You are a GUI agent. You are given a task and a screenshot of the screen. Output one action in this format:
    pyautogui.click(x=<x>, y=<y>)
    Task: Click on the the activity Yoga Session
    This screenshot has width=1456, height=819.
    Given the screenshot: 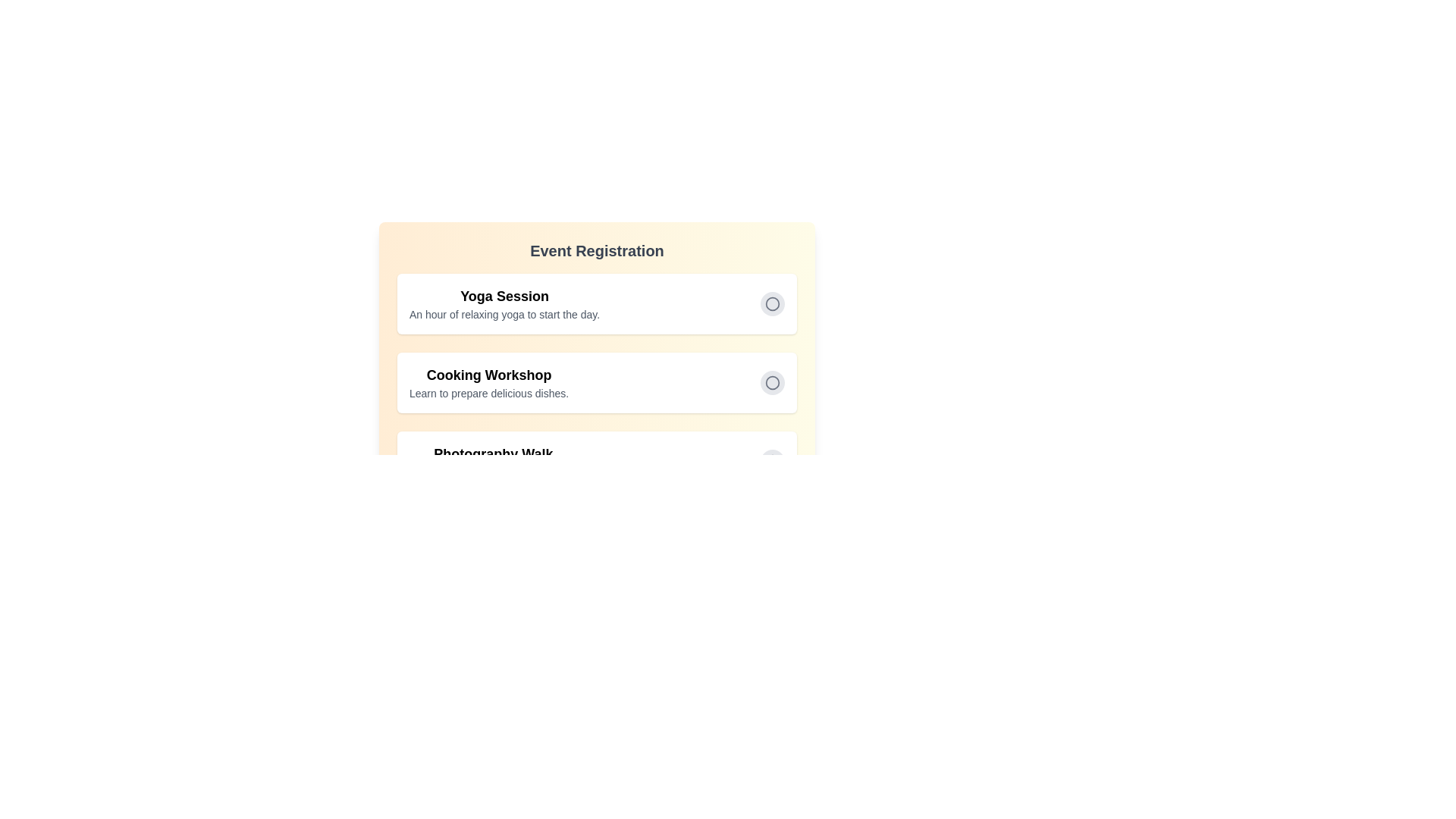 What is the action you would take?
    pyautogui.click(x=772, y=304)
    